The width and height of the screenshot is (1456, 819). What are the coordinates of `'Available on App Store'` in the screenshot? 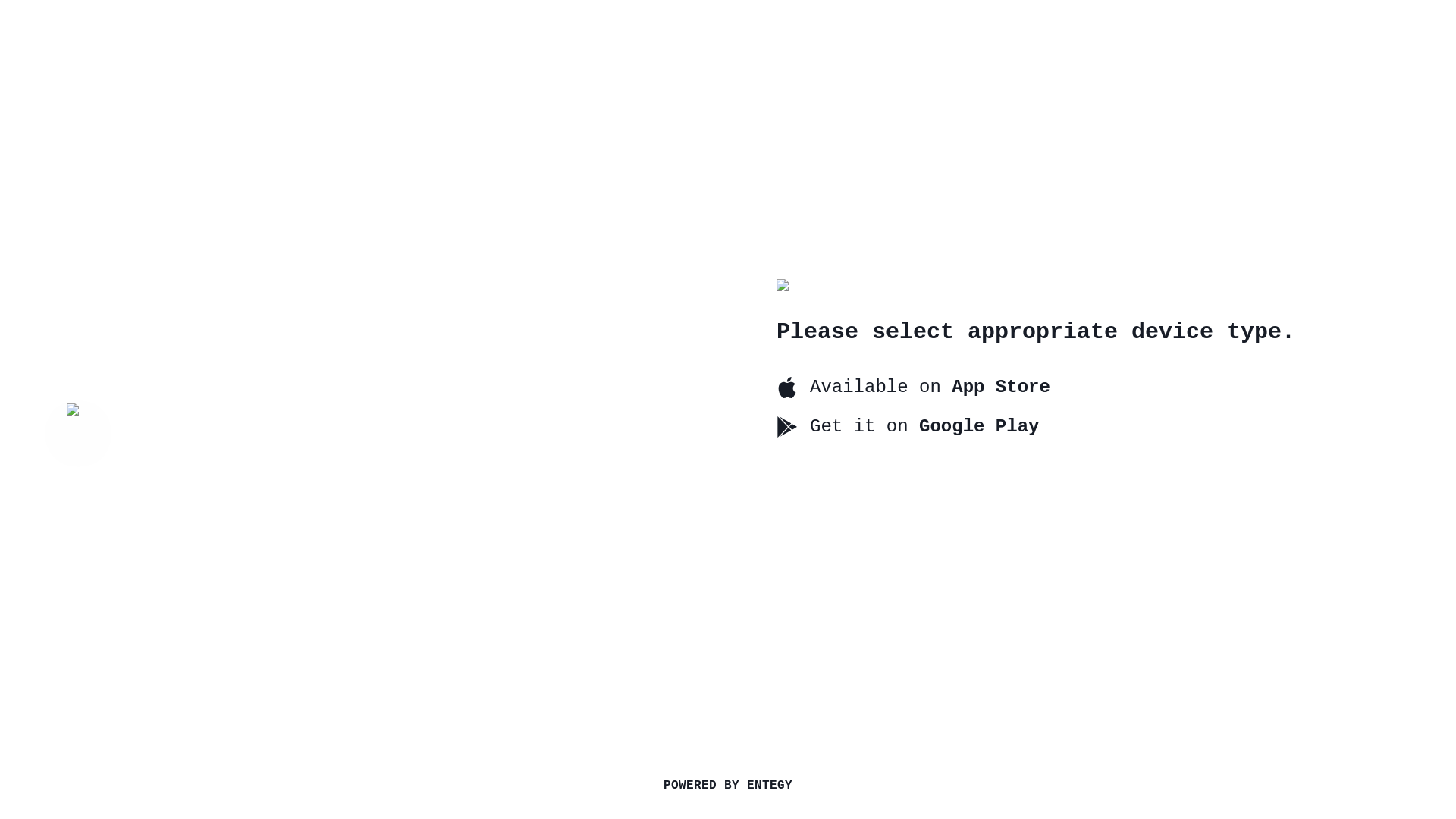 It's located at (912, 385).